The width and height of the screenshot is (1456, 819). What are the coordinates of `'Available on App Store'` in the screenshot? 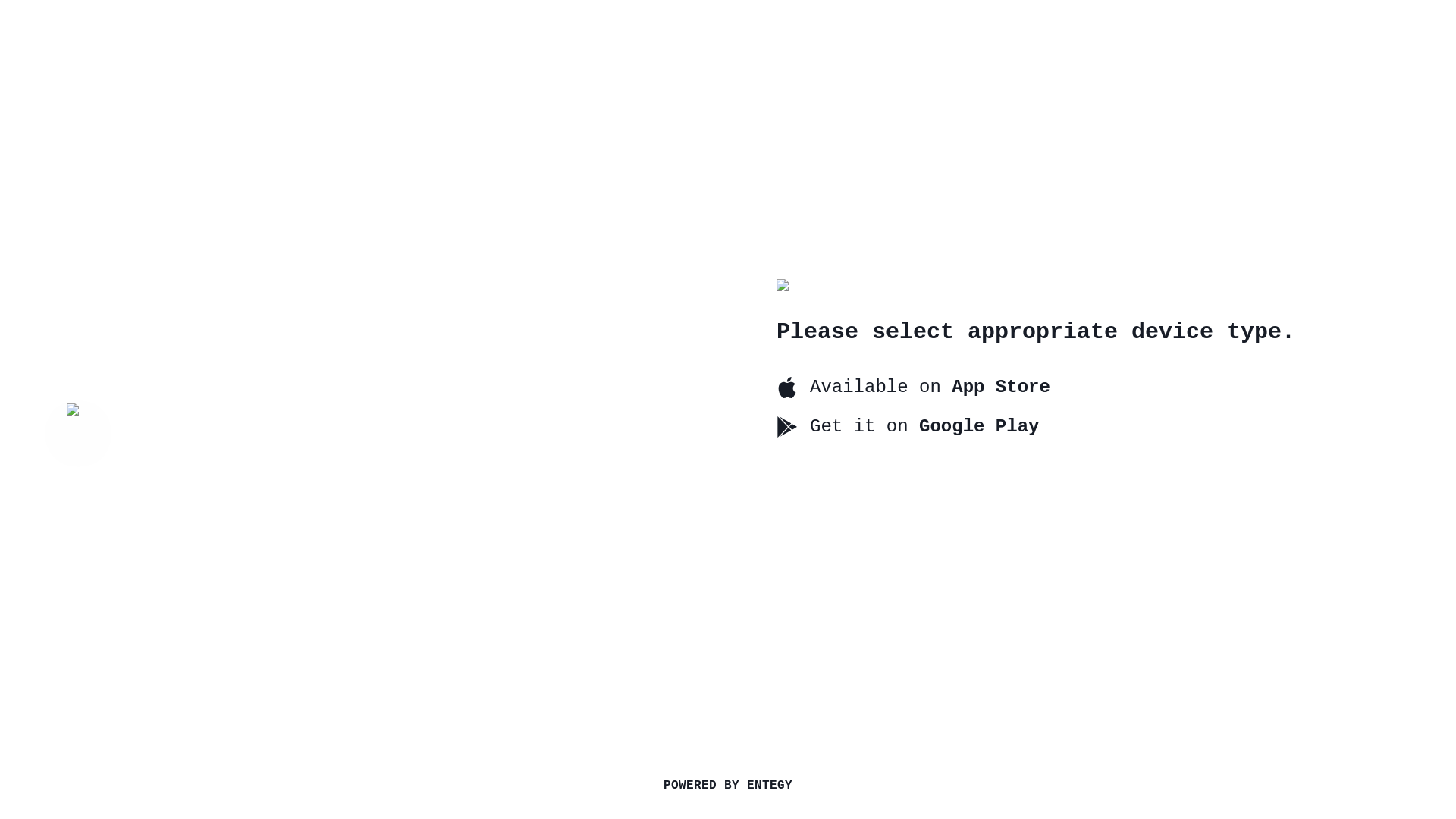 It's located at (912, 385).